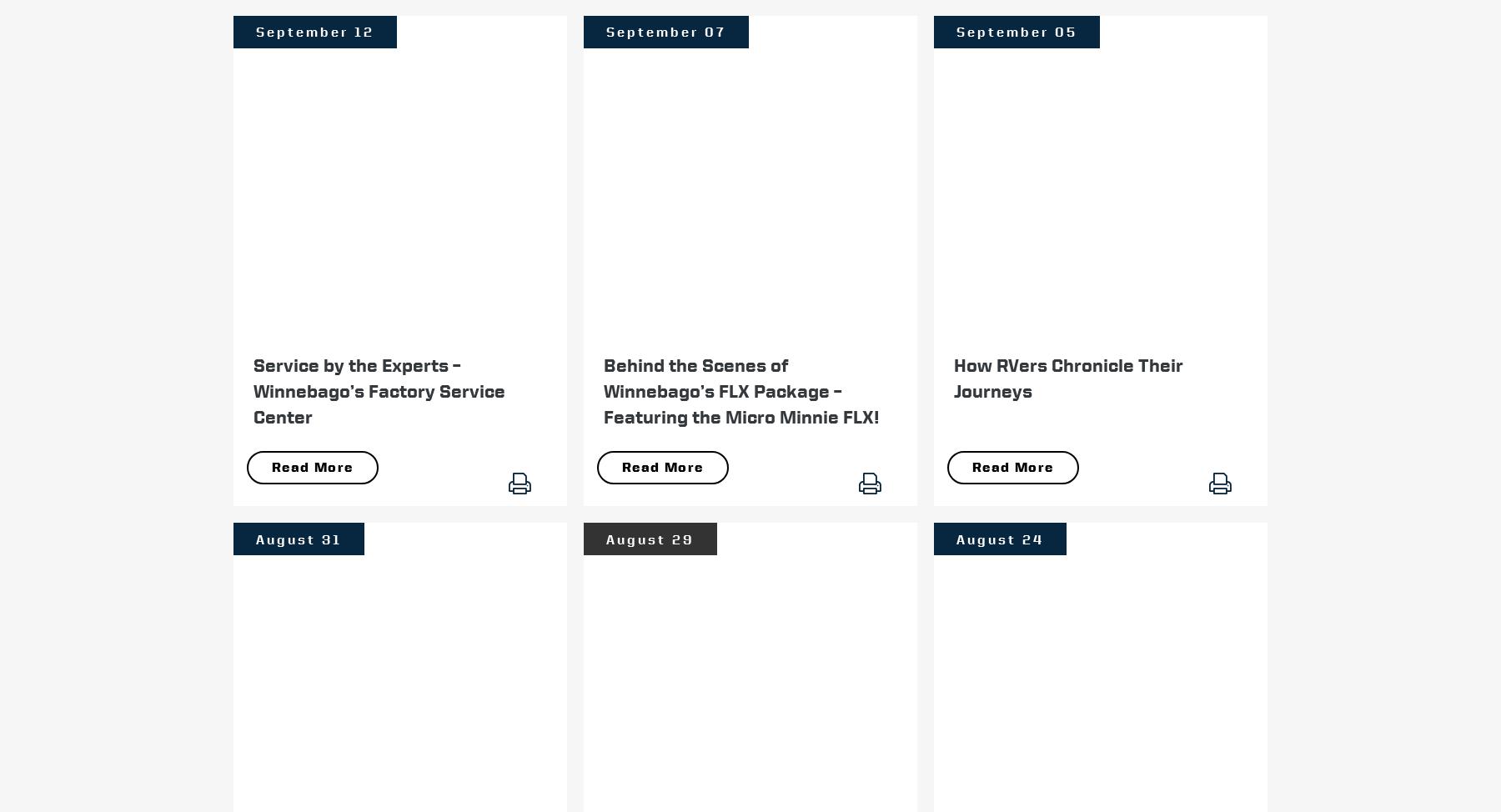  I want to click on 'August 24', so click(999, 538).